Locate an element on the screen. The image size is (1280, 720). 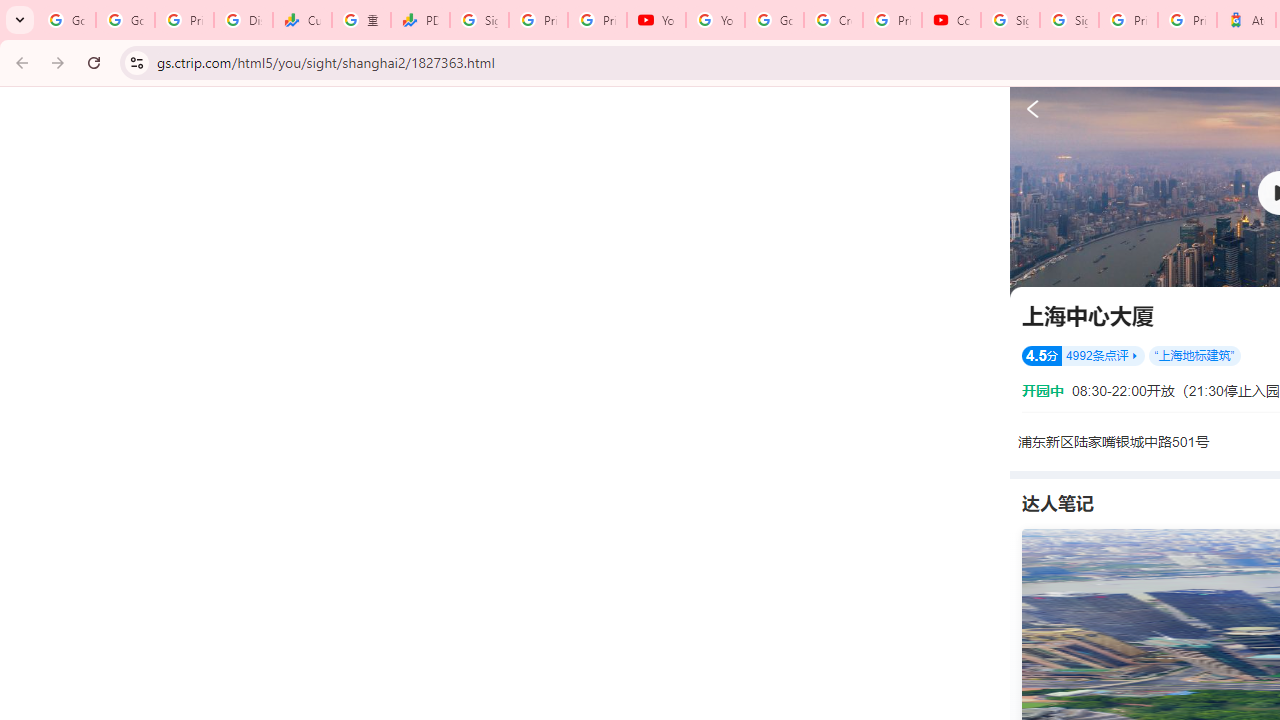
'YouTube' is located at coordinates (656, 20).